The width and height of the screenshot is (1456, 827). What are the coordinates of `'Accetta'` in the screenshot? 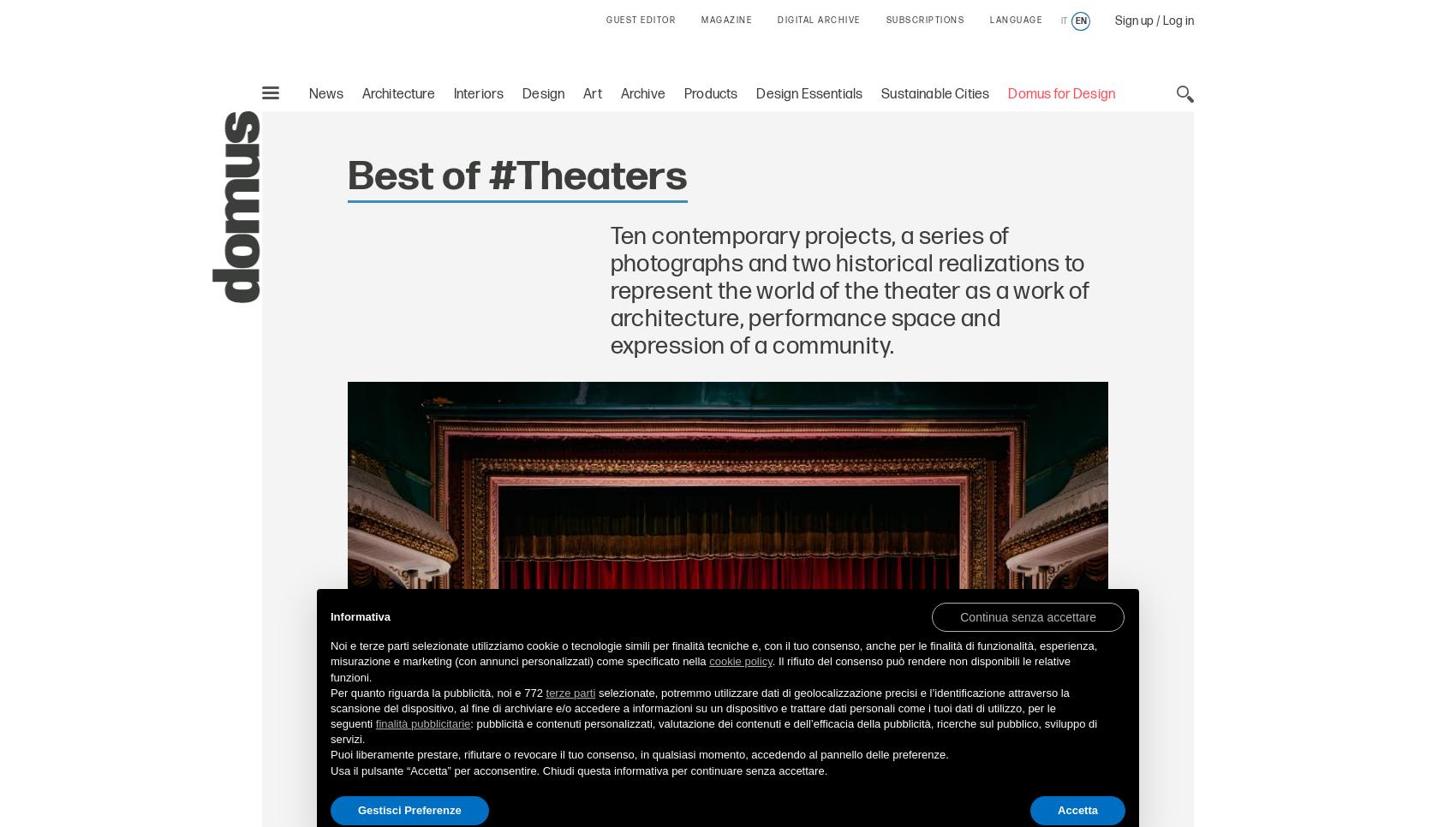 It's located at (1077, 809).